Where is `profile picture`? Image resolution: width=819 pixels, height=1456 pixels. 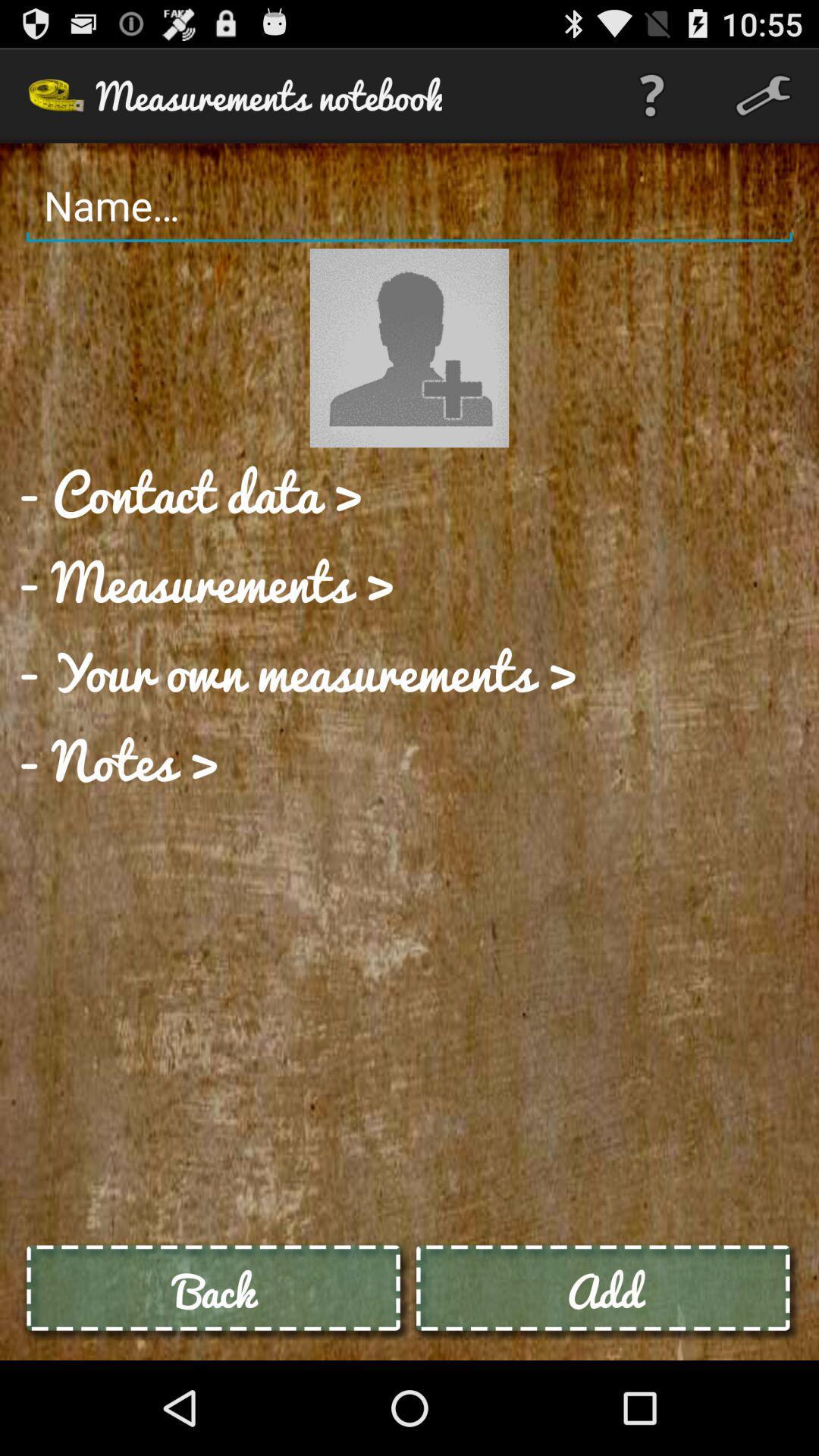 profile picture is located at coordinates (409, 347).